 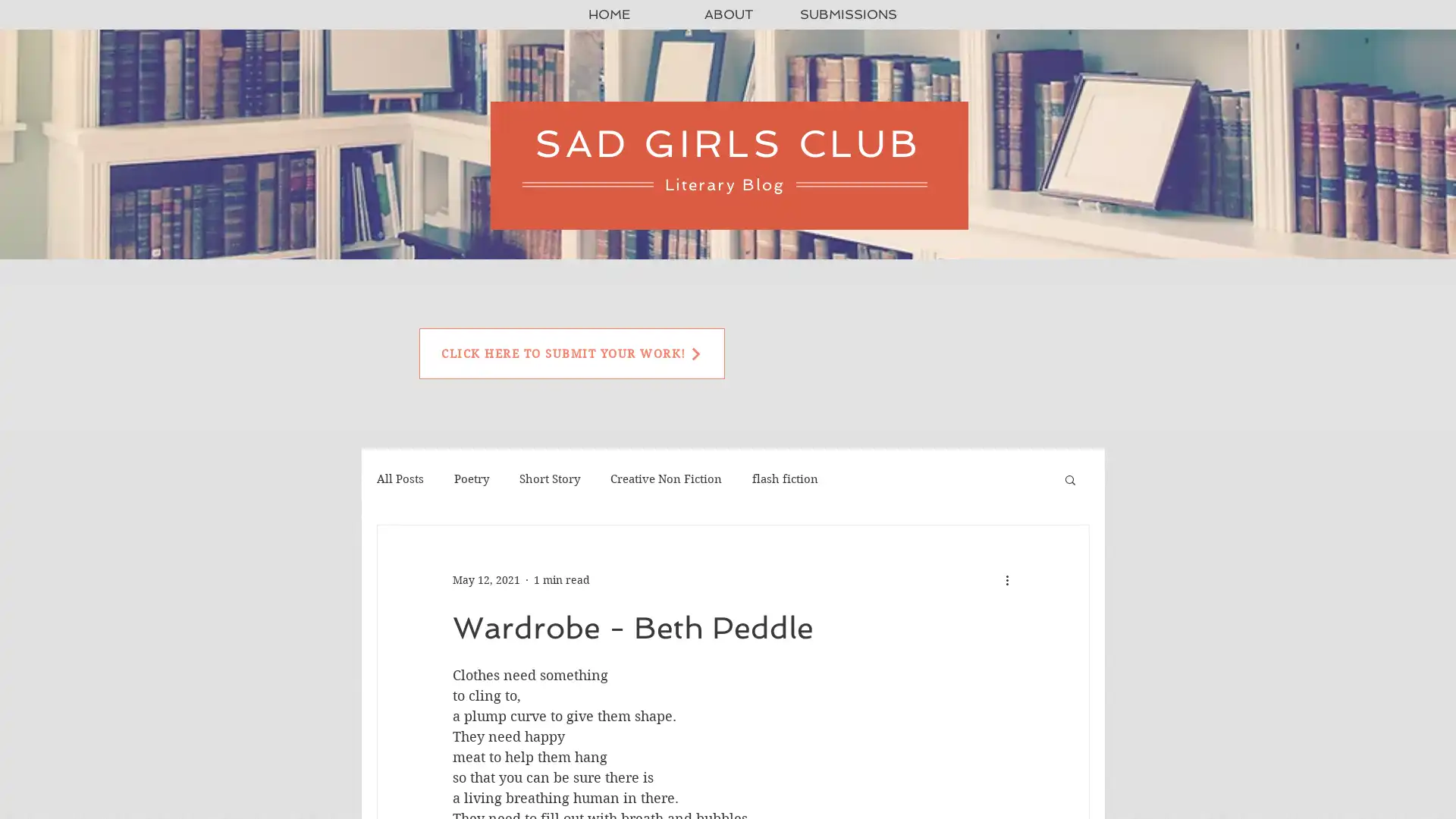 I want to click on Search, so click(x=1069, y=481).